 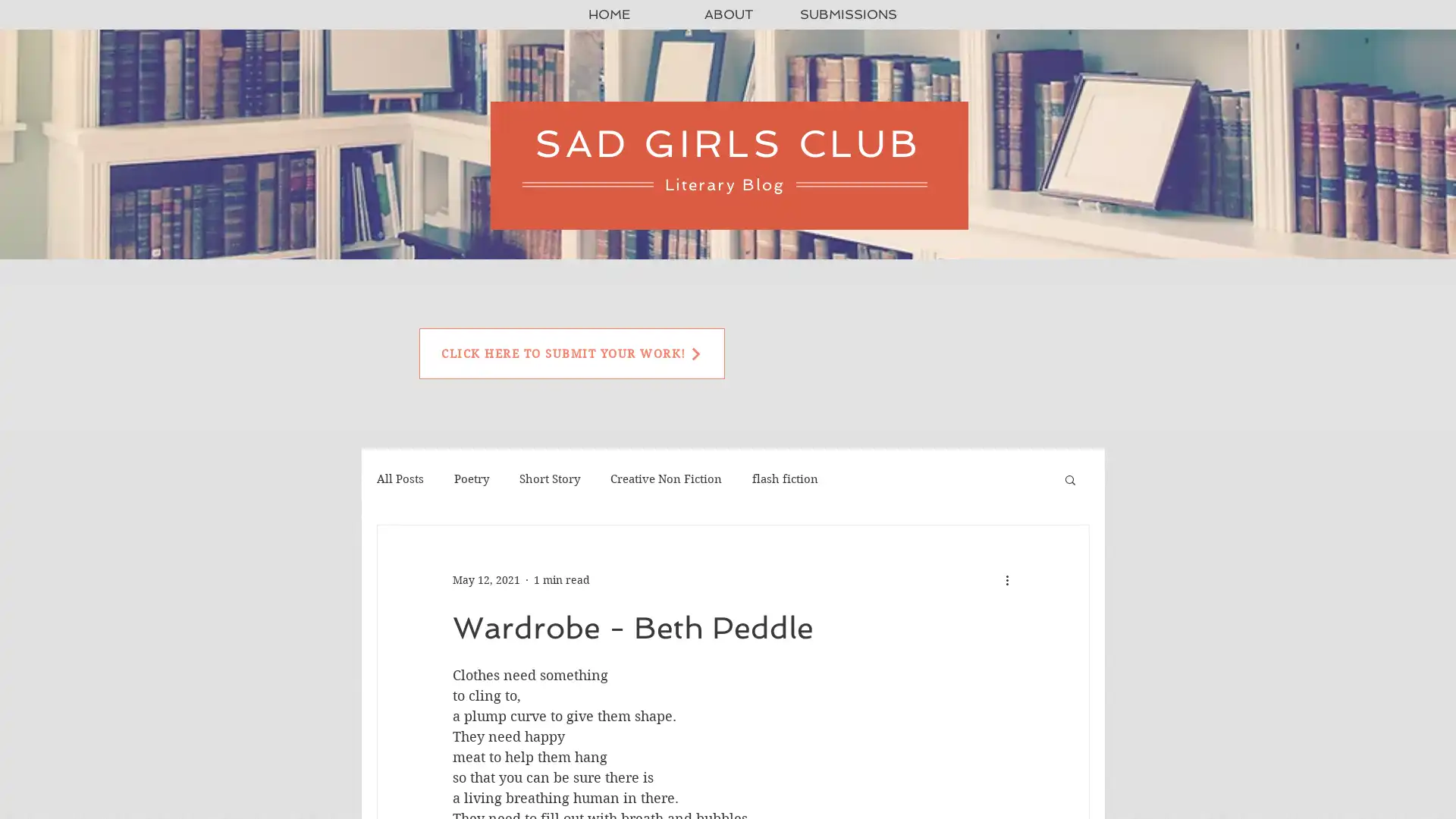 I want to click on Search, so click(x=1069, y=481).